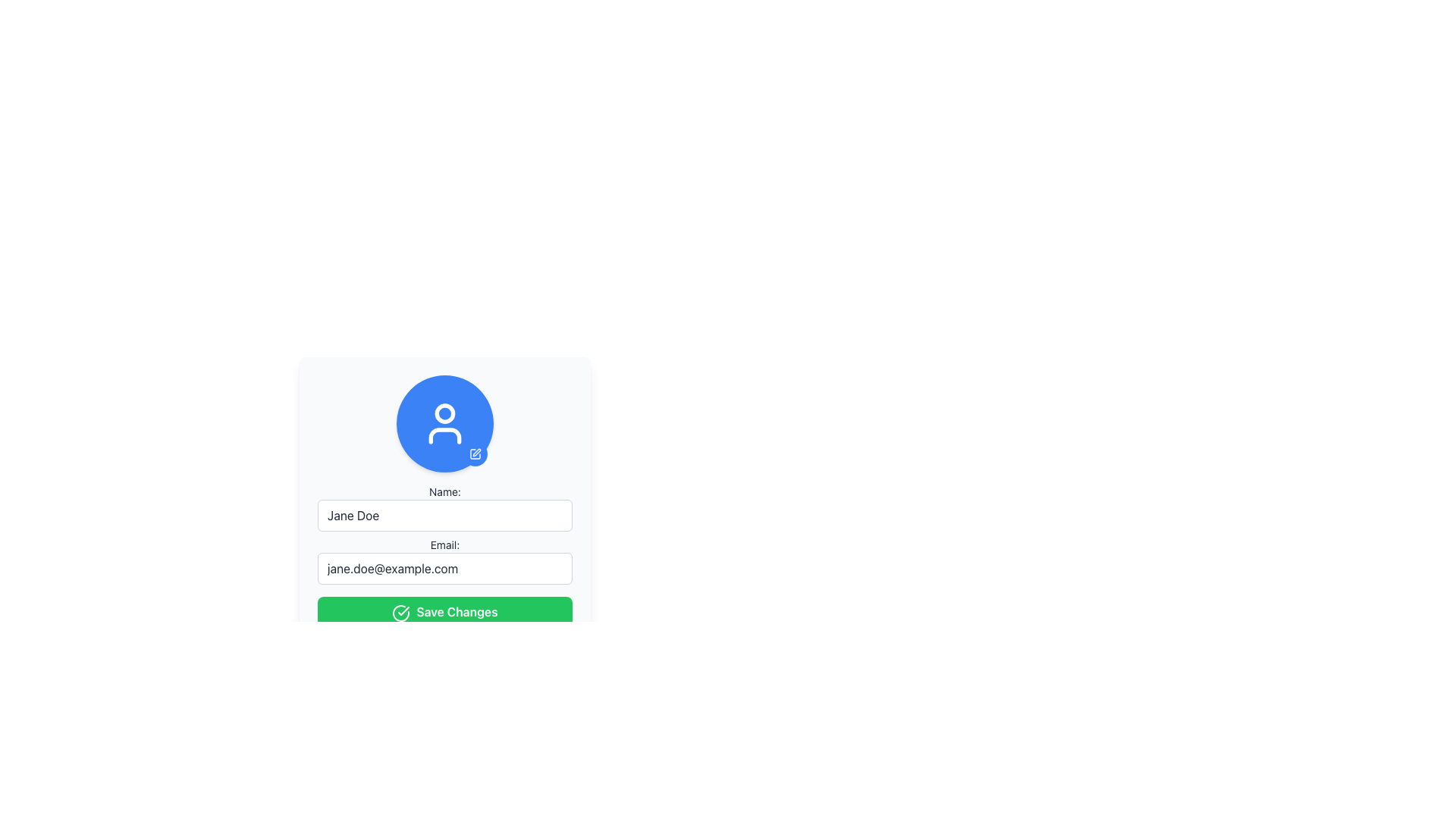  I want to click on the label that indicates the purpose of the input field for entering the user's name, which is located in the top-left part of the form, directly above the text input field, so click(444, 491).